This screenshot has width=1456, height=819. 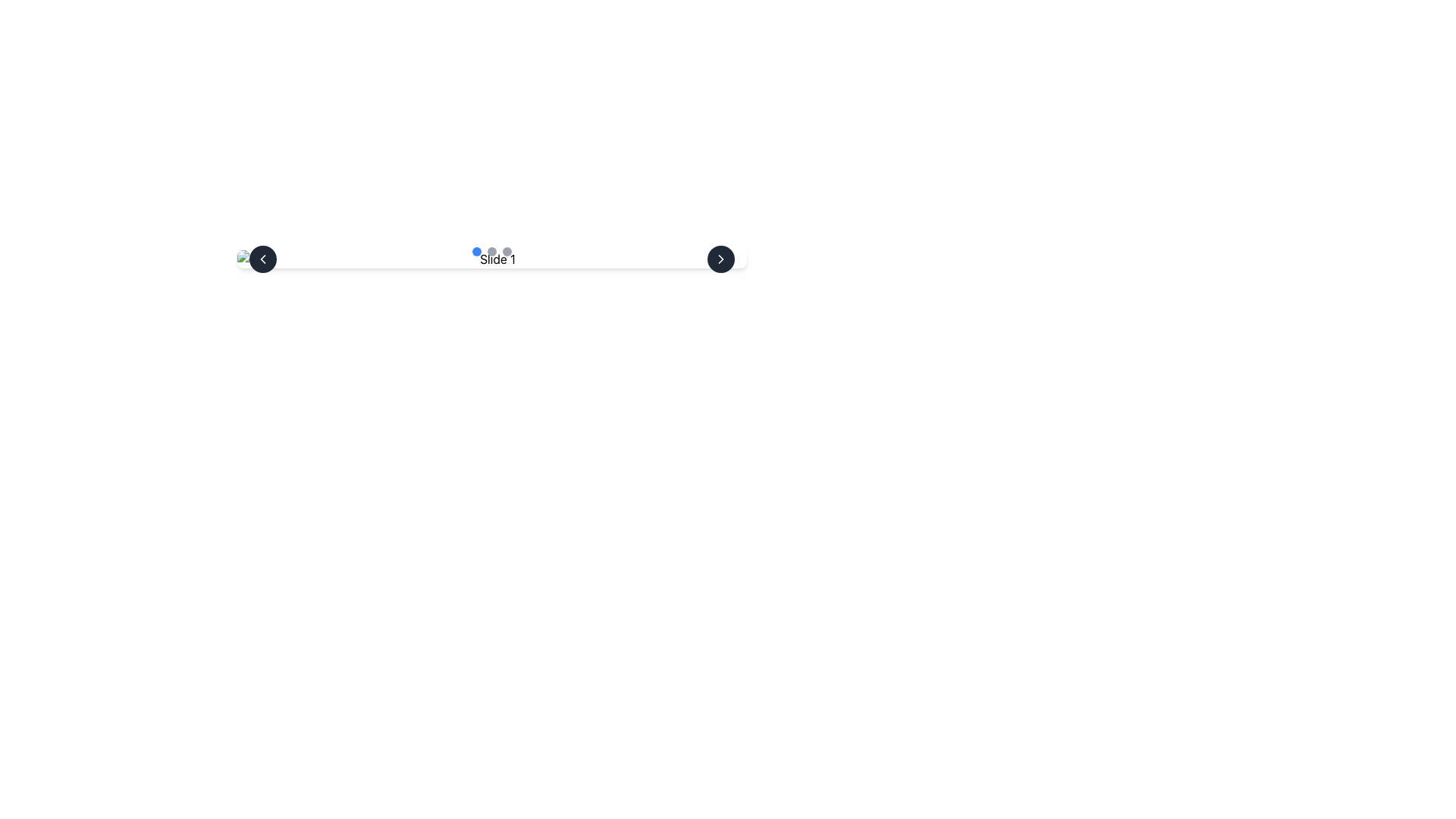 What do you see at coordinates (720, 259) in the screenshot?
I see `the SVG arrow icon which is located inside a circular button at the far-right position of the horizontal navigation bar` at bounding box center [720, 259].